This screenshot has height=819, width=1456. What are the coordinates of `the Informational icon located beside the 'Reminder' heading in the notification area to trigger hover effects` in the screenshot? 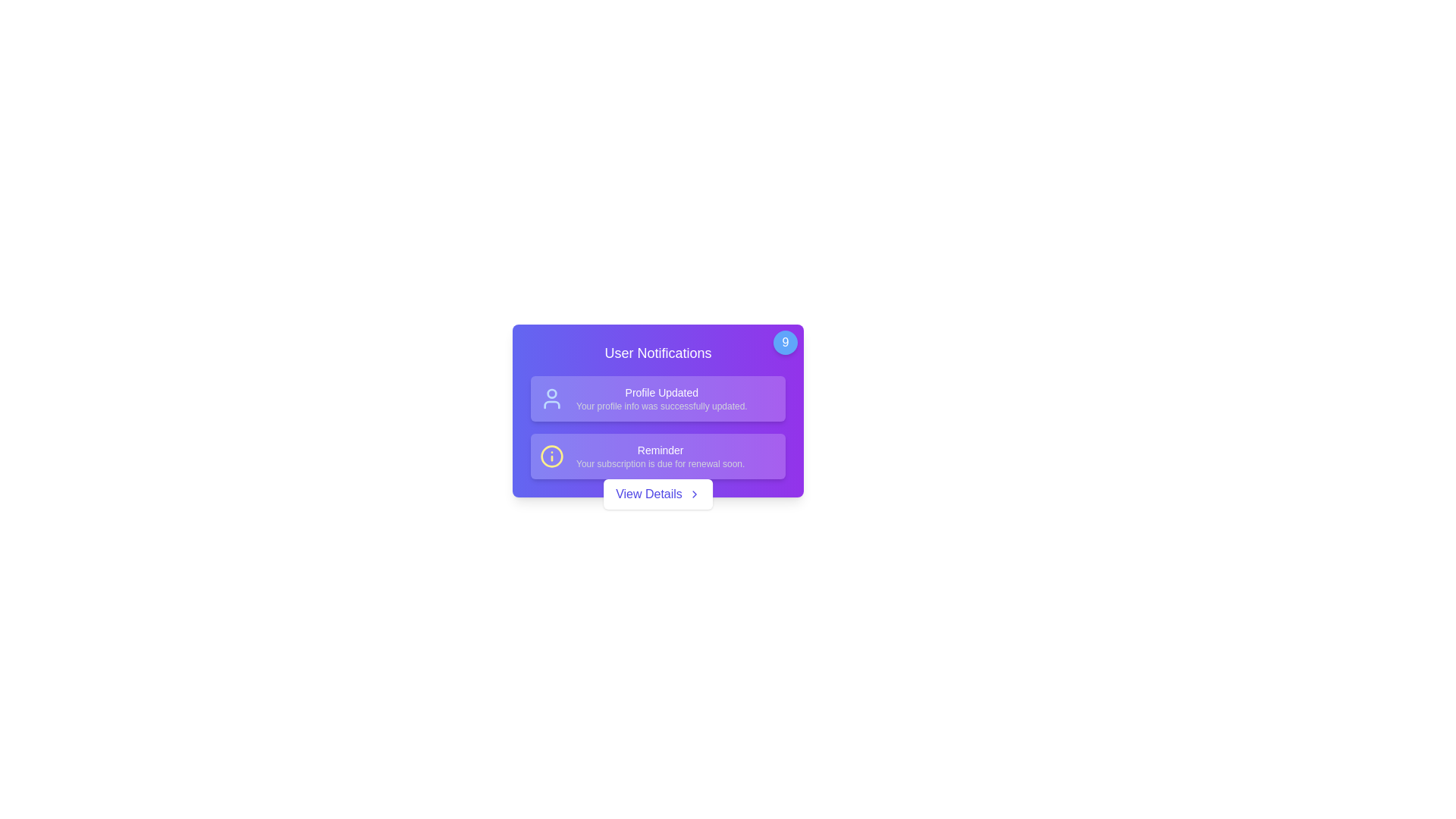 It's located at (551, 455).